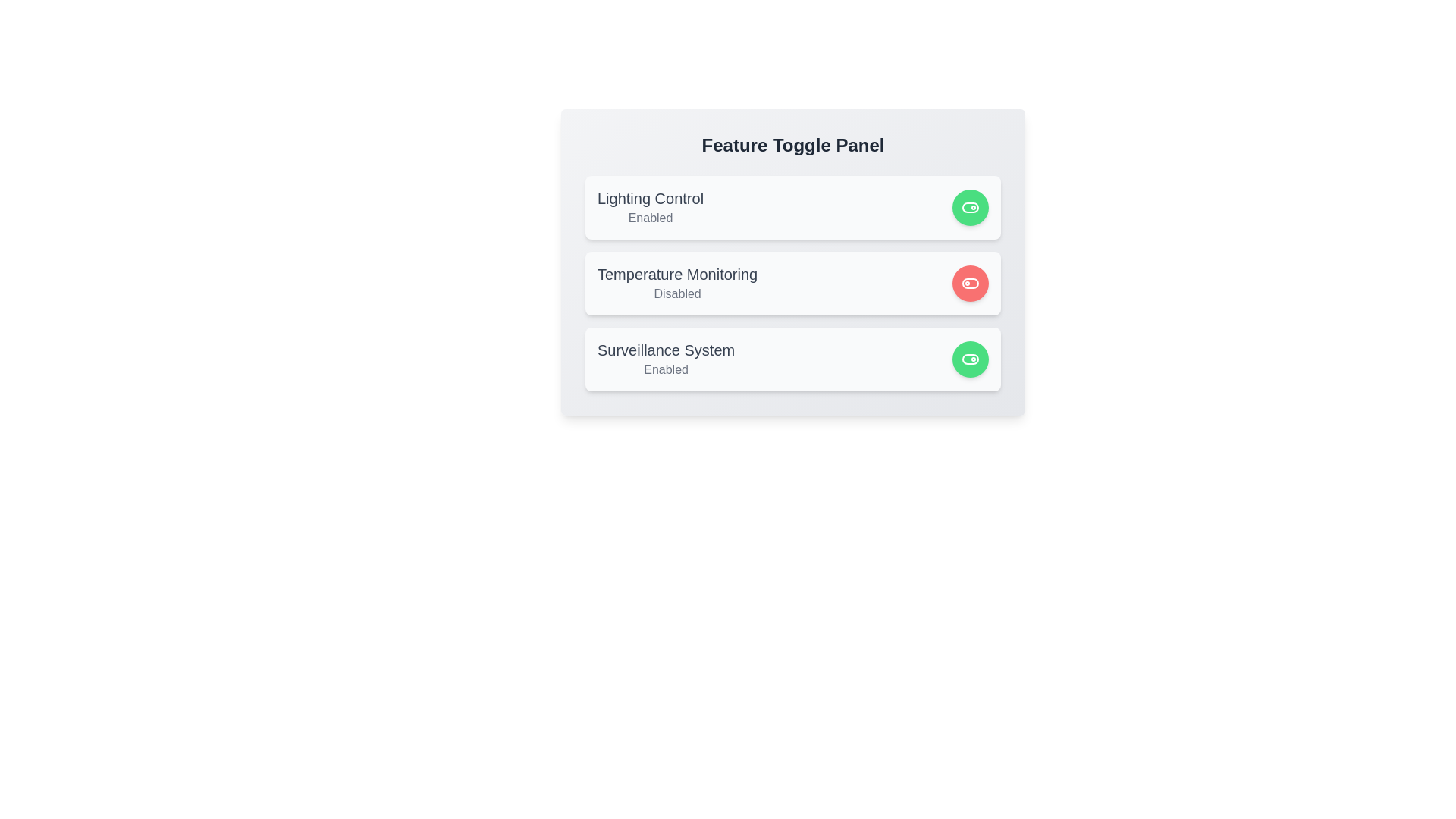 The height and width of the screenshot is (819, 1456). What do you see at coordinates (971, 284) in the screenshot?
I see `the toggle button for Temperature Monitoring to change its state` at bounding box center [971, 284].